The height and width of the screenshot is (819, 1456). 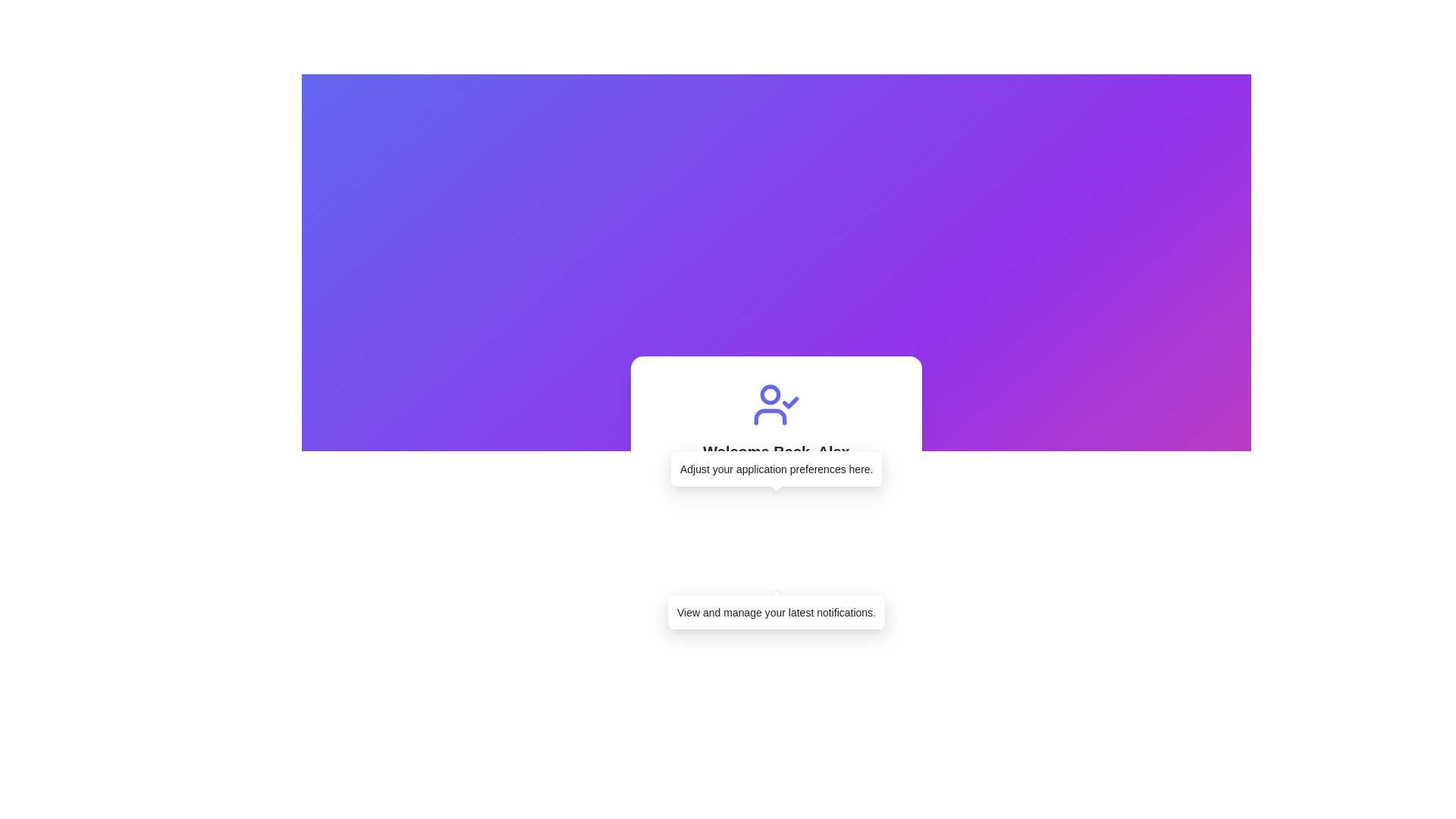 I want to click on the checkmark icon within the SVG that indicates user verification, located near the top-center of the SVG, overlaying the right shoulder of the user outline, so click(x=789, y=402).